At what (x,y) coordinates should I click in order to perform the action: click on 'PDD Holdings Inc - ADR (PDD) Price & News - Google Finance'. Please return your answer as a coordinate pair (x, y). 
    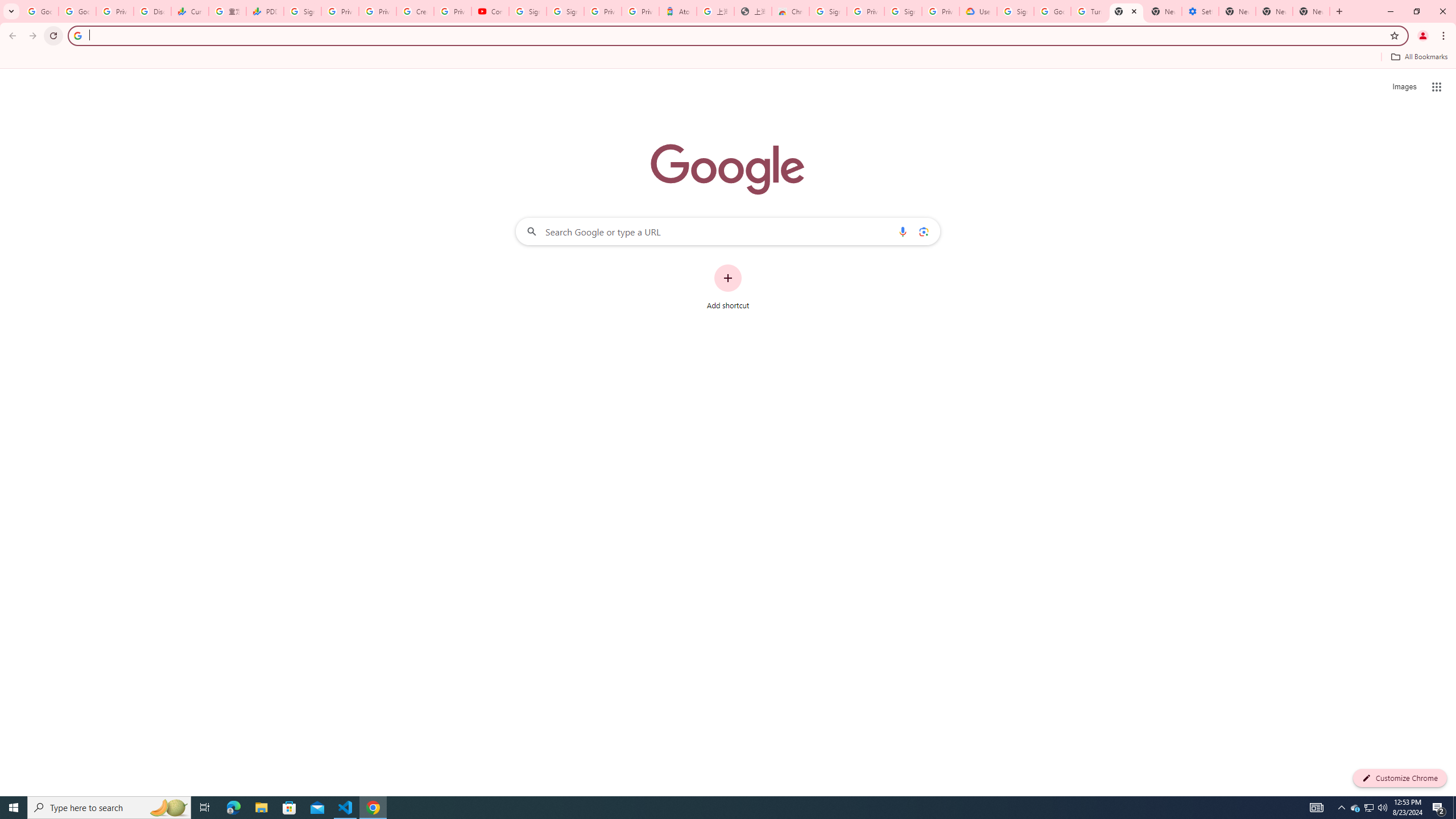
    Looking at the image, I should click on (264, 11).